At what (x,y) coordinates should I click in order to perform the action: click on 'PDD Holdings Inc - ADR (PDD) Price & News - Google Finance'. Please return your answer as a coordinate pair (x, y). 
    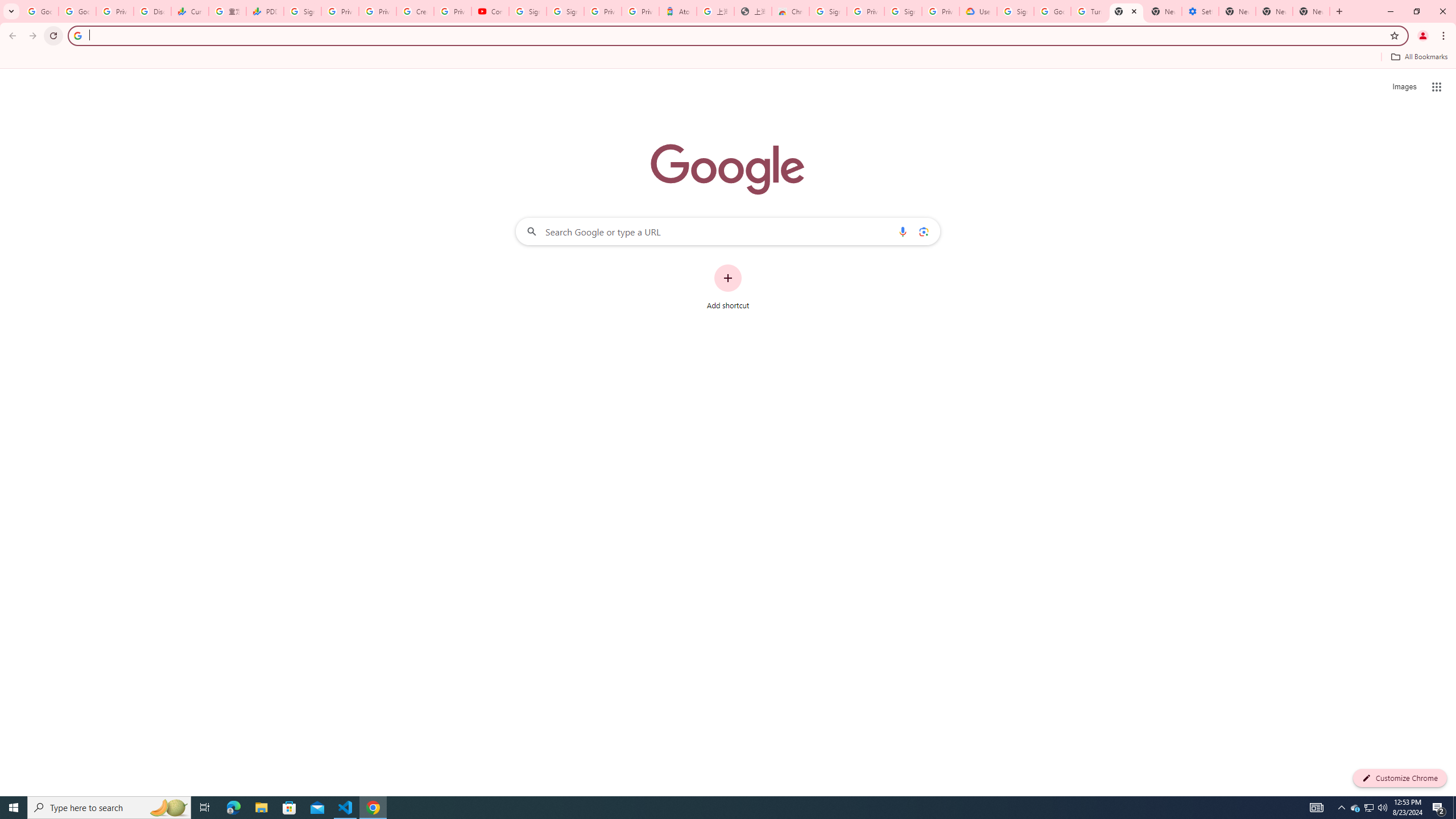
    Looking at the image, I should click on (264, 11).